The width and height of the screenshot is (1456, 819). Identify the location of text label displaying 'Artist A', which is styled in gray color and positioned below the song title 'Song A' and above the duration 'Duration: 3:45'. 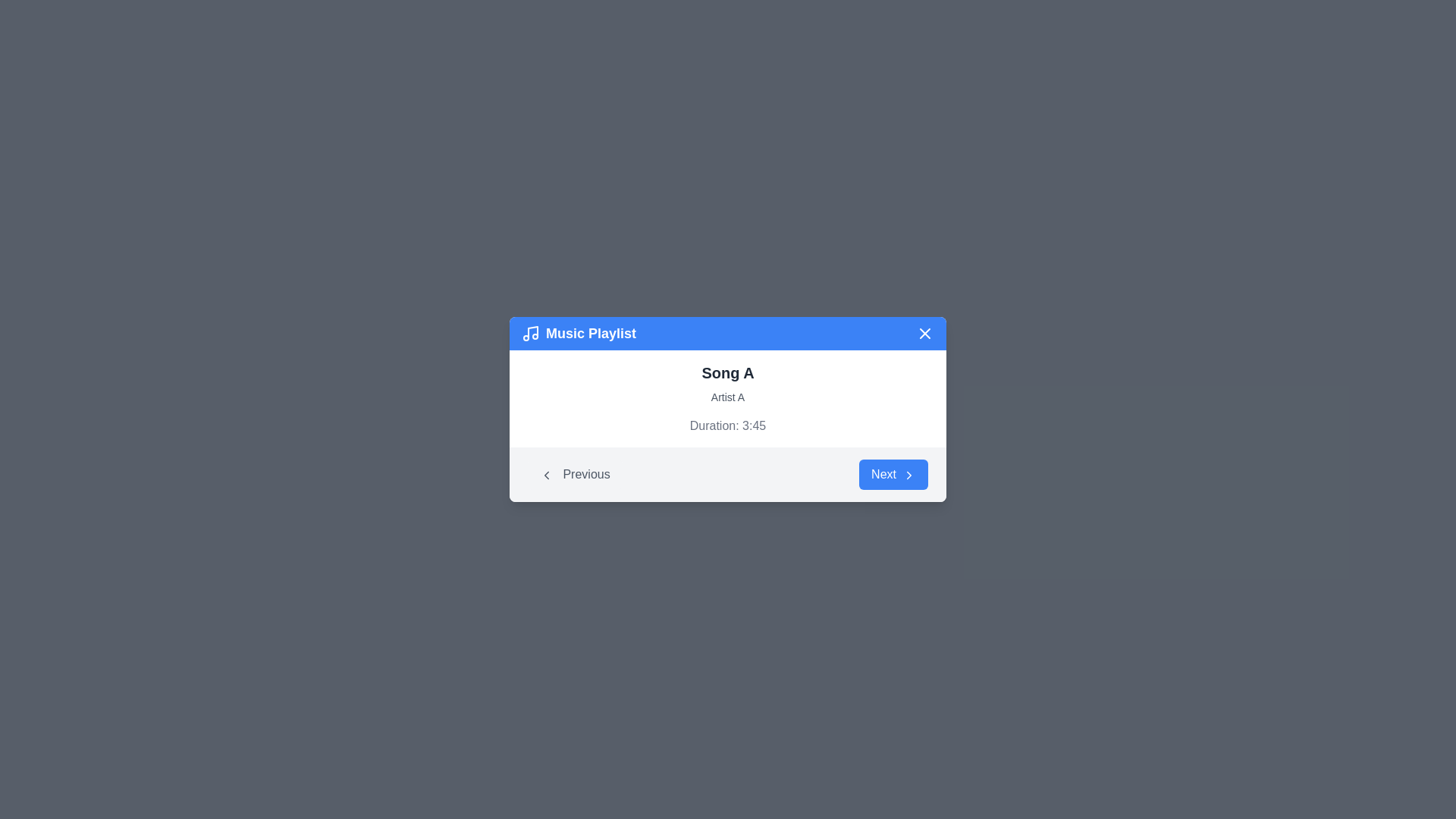
(728, 397).